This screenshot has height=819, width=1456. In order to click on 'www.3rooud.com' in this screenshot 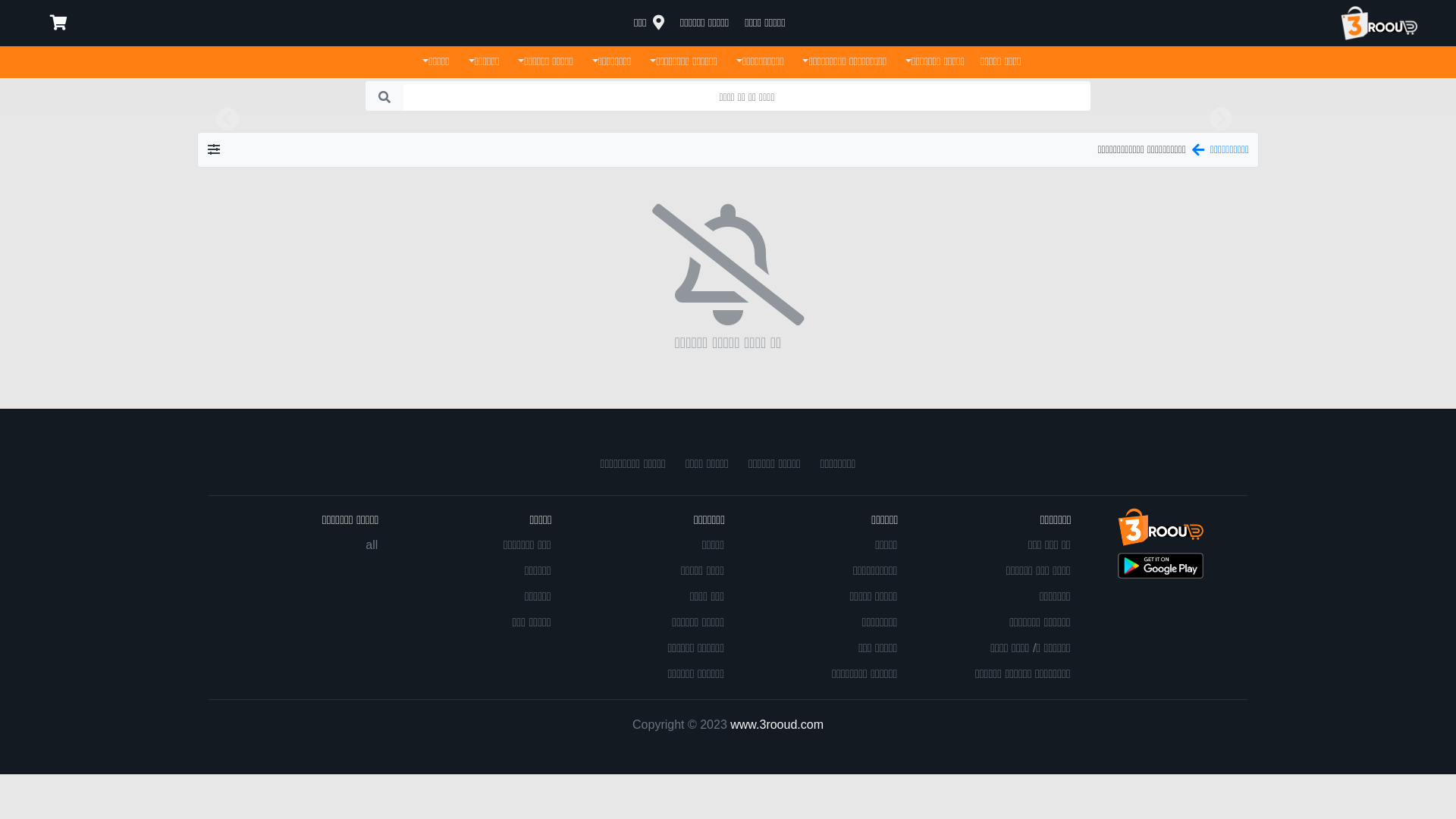, I will do `click(777, 723)`.